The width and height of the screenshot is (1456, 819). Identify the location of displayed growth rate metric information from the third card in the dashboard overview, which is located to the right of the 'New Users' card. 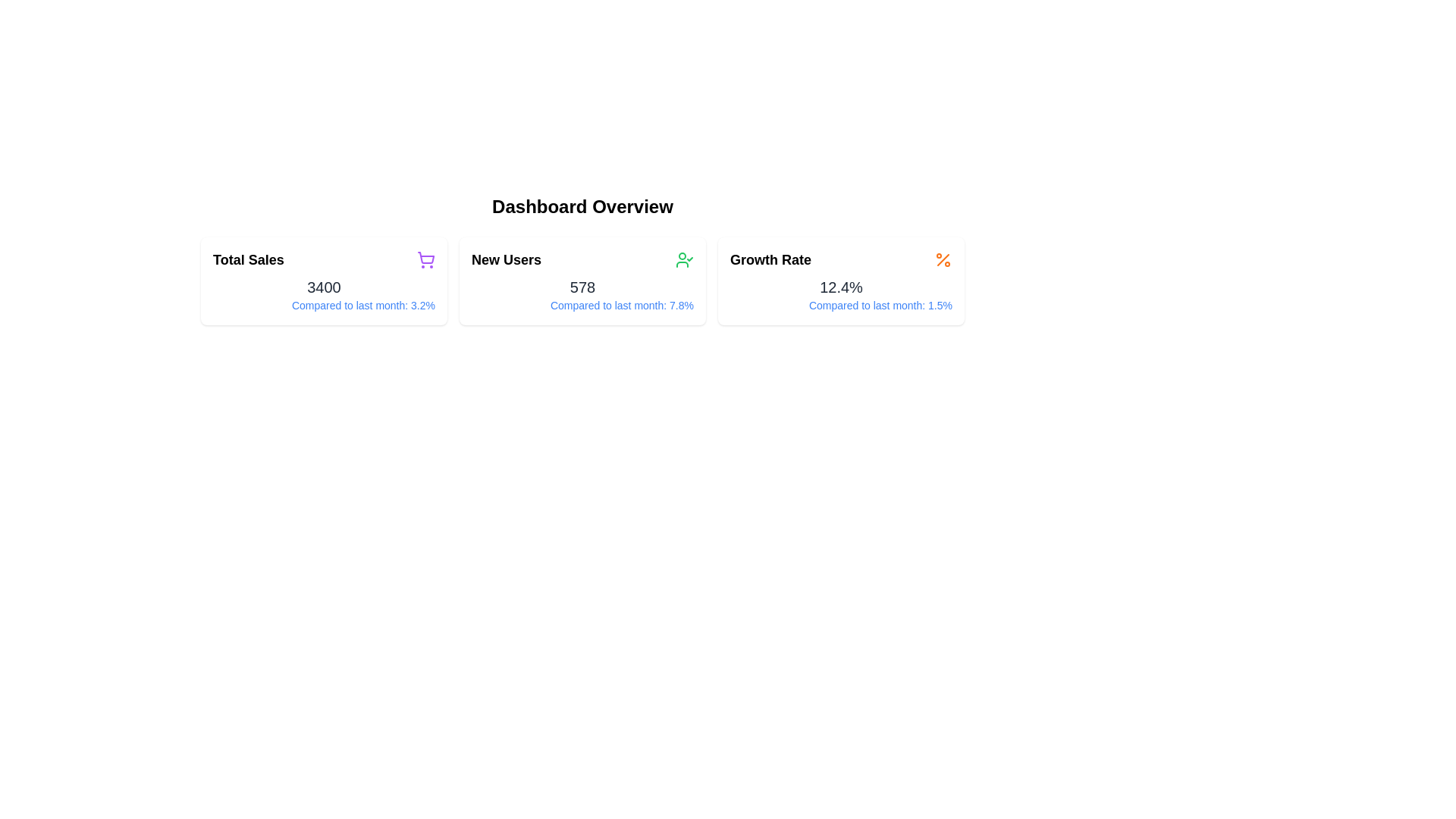
(840, 281).